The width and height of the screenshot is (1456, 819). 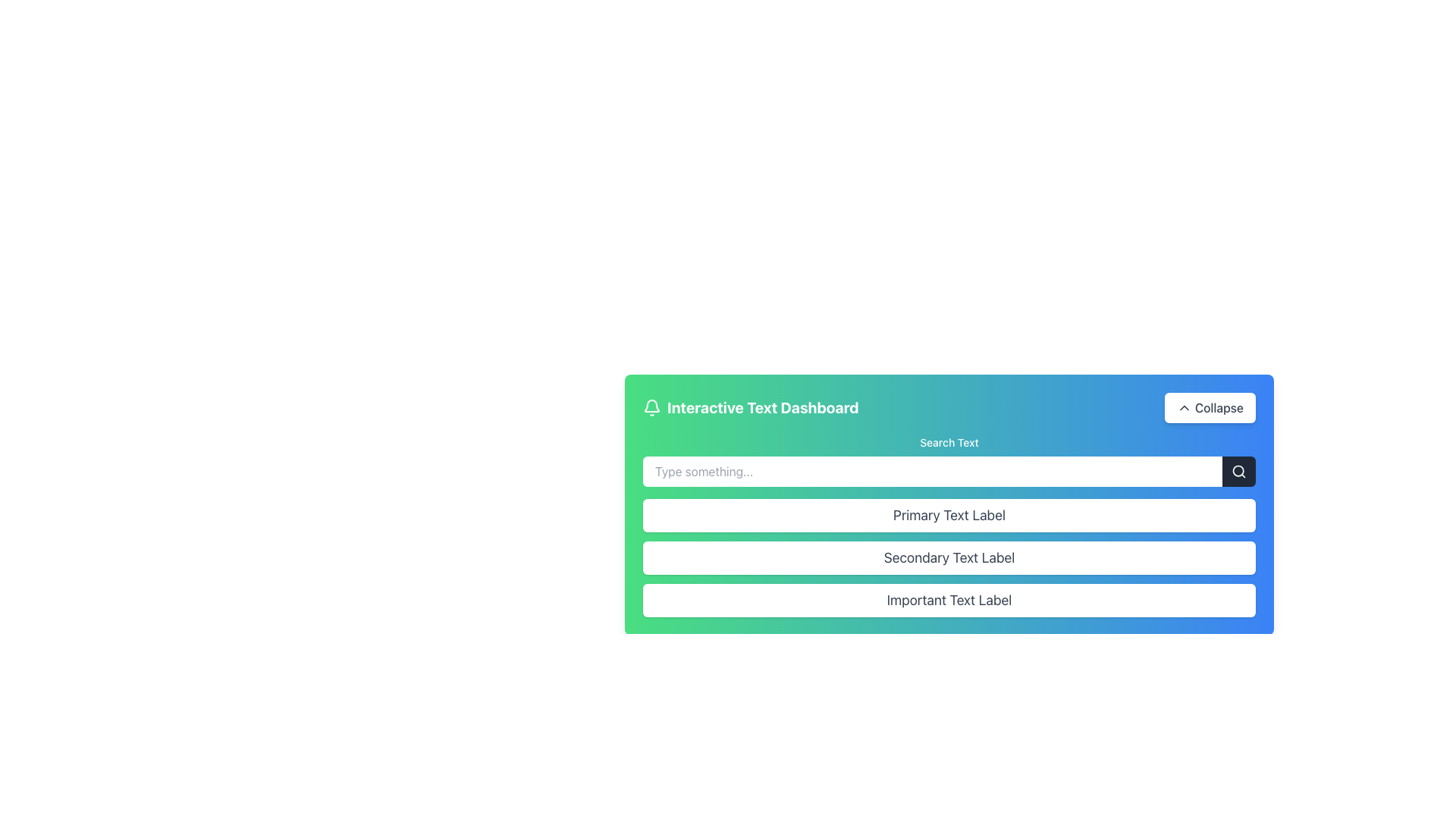 I want to click on text content of the white text label located at the center of the interactive dashboard, positioned beneath the search input field and above two similar labels, so click(x=949, y=494).